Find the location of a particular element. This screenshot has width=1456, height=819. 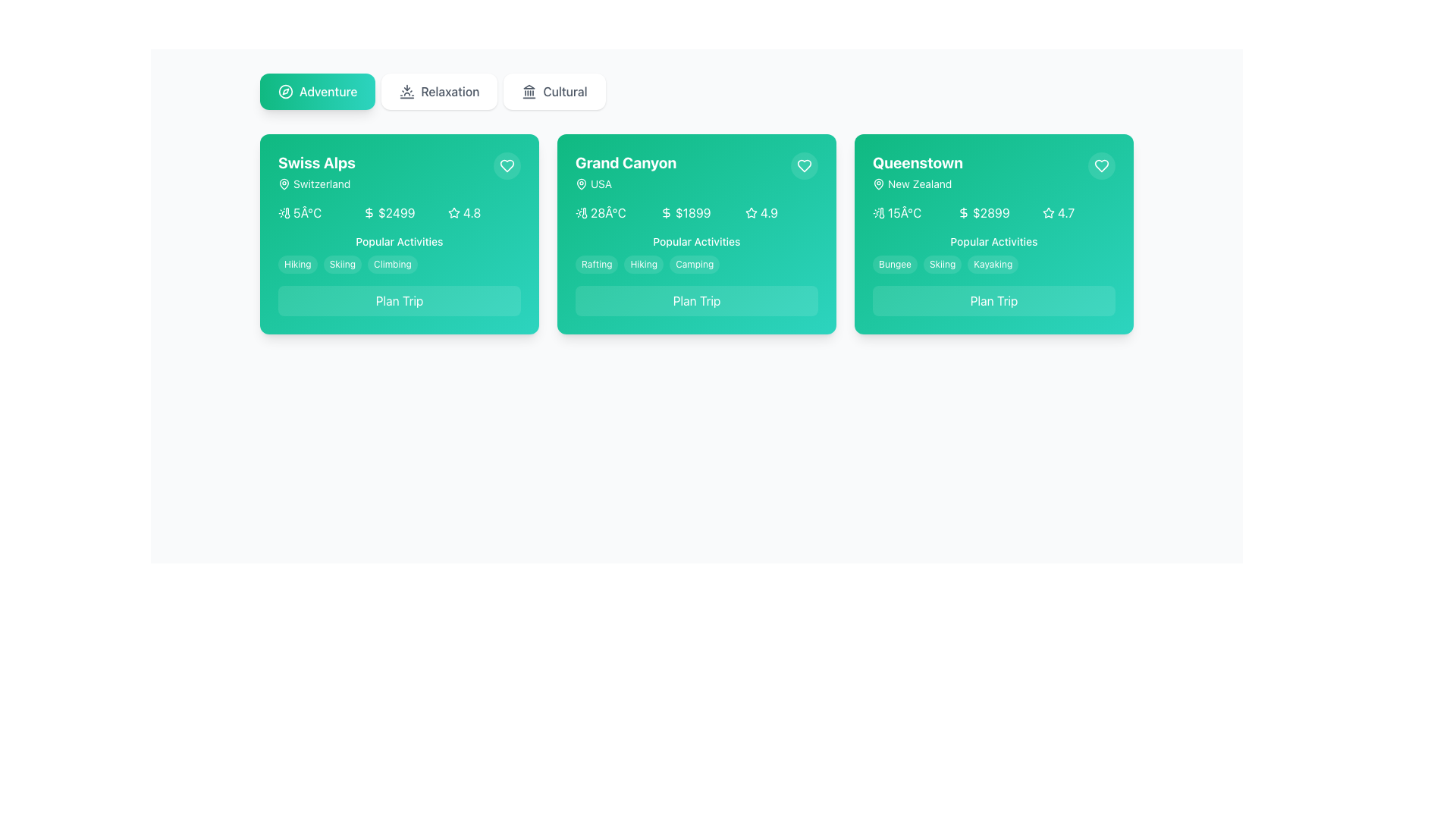

the styled tags in the 'Grand Canyon' card under 'Popular Activities' is located at coordinates (695, 253).